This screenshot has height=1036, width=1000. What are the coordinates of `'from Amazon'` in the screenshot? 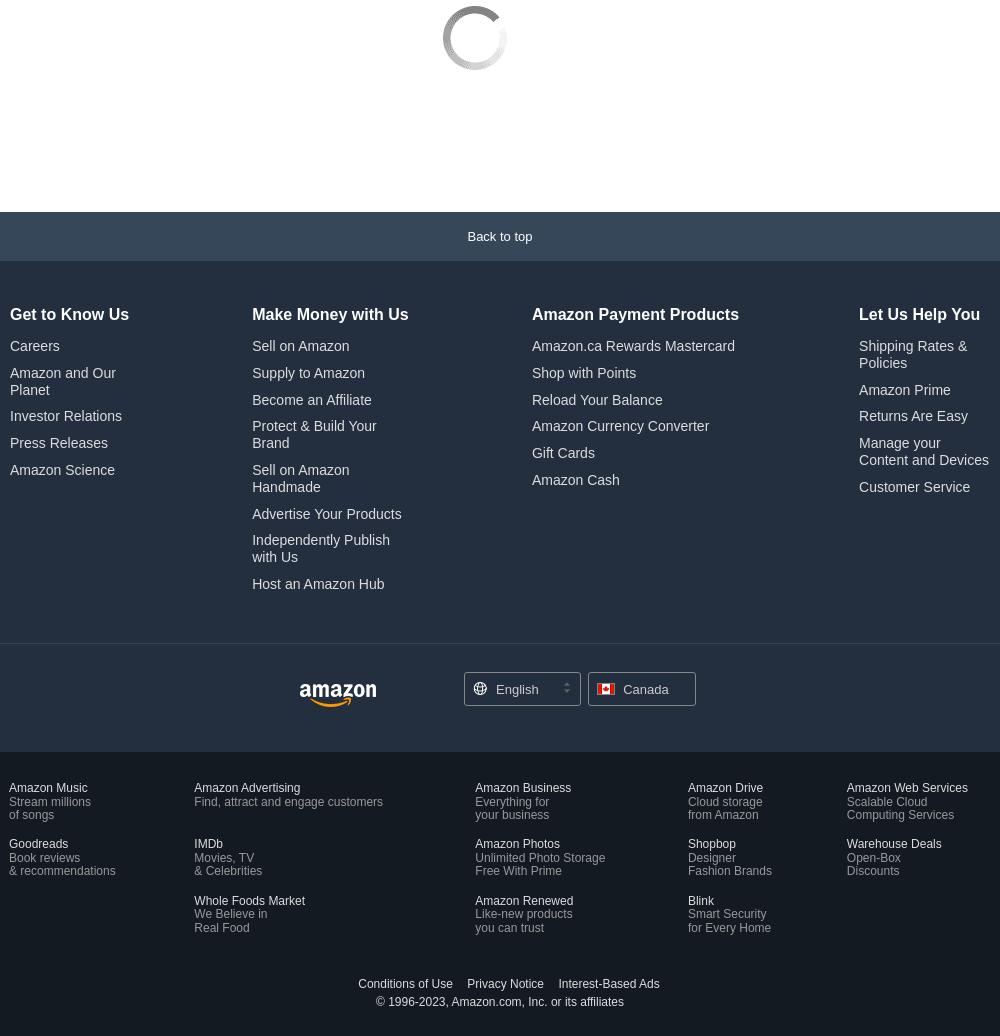 It's located at (721, 680).